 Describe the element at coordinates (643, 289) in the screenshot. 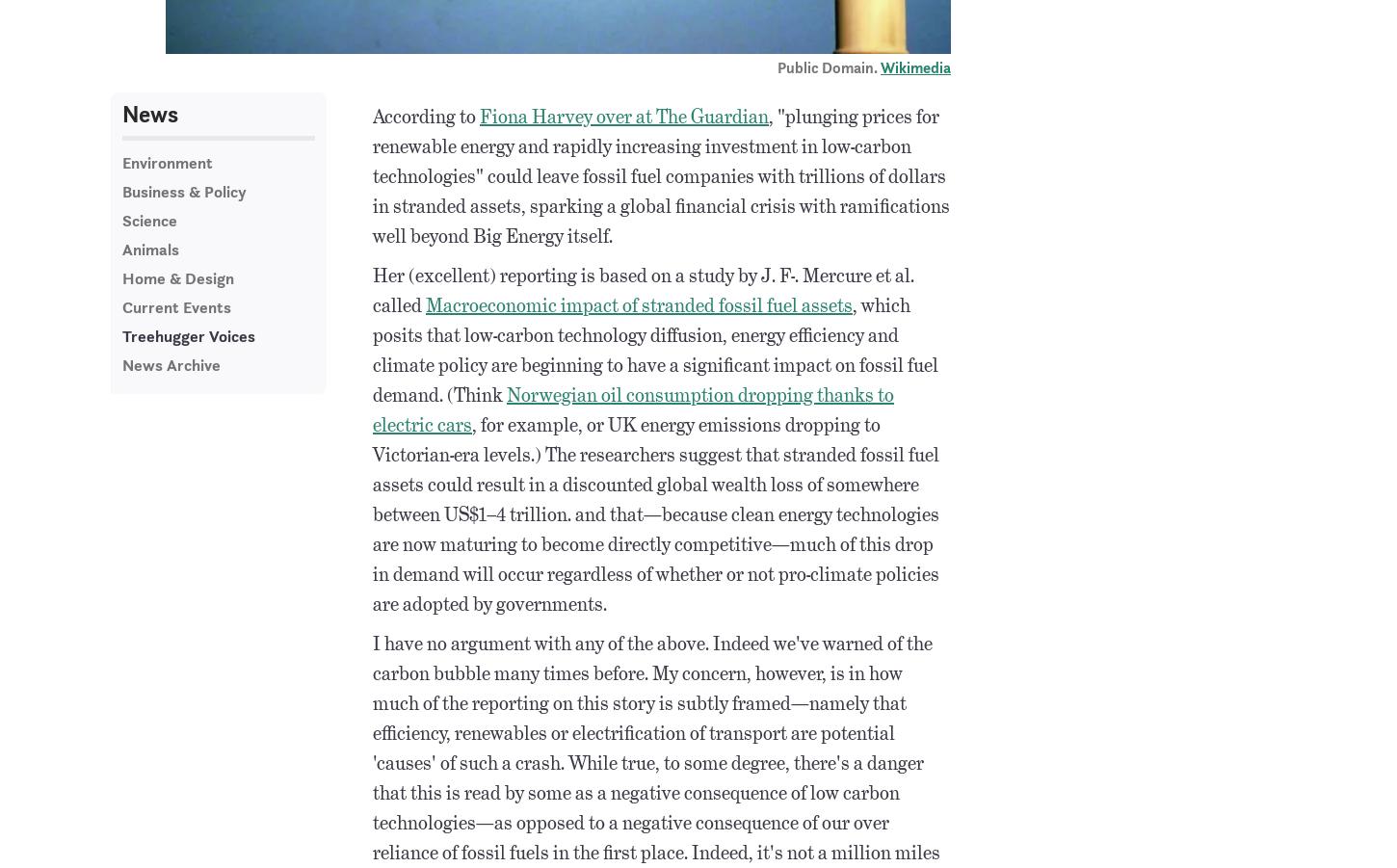

I see `'Her (excellent) reporting is based on a study by J. F-. Mercure et al. called'` at that location.